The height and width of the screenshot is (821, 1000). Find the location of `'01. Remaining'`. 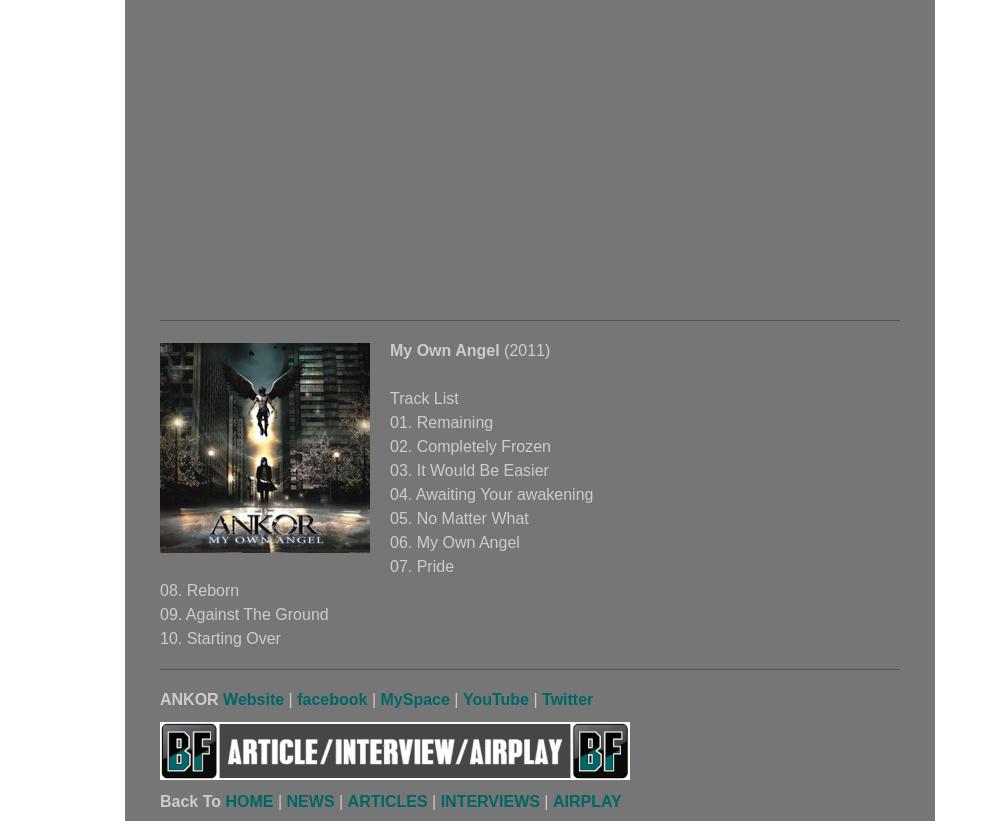

'01. Remaining' is located at coordinates (440, 422).